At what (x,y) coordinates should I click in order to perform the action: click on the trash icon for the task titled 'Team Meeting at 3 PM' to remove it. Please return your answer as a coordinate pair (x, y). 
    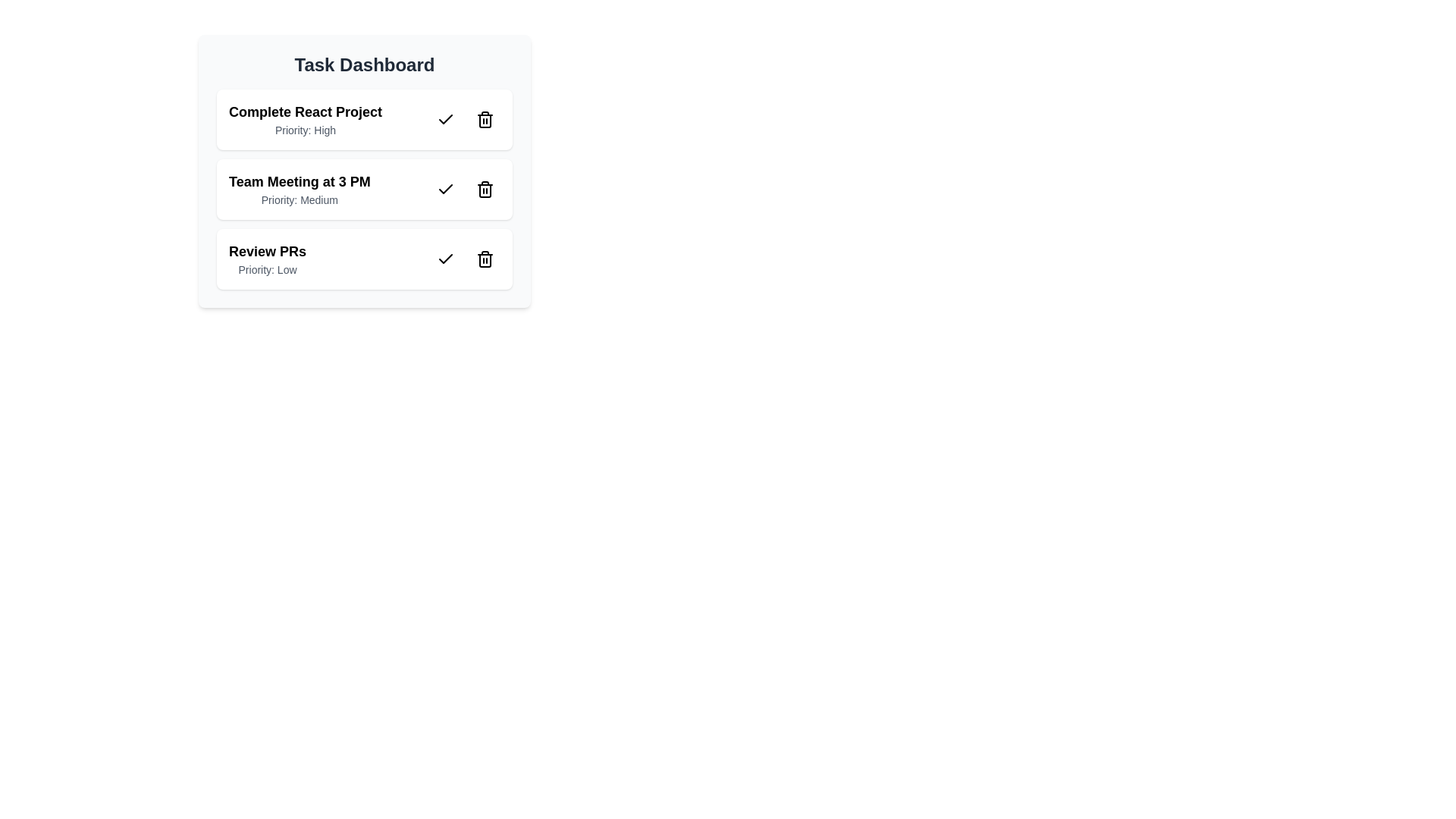
    Looking at the image, I should click on (484, 189).